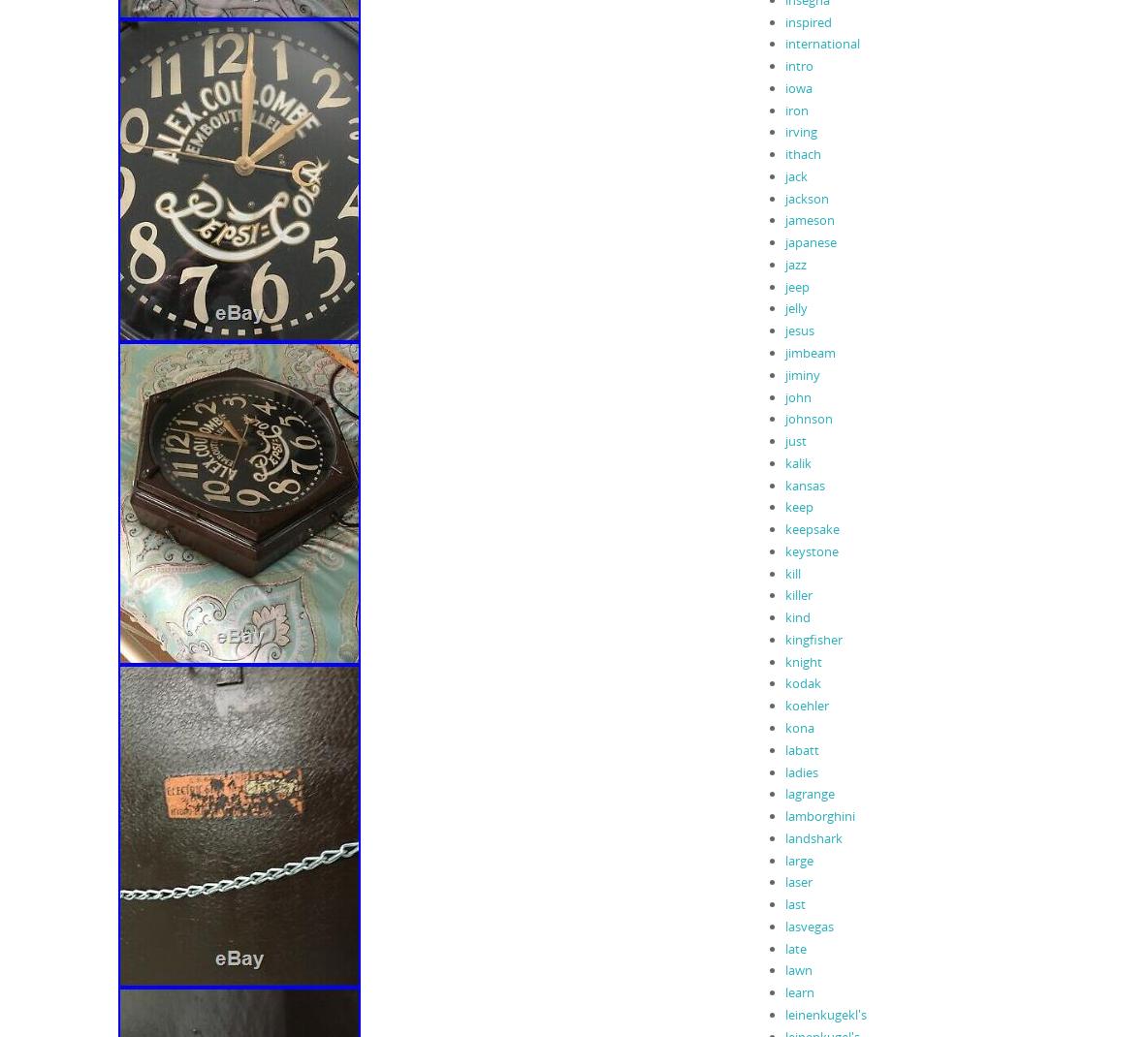  Describe the element at coordinates (804, 485) in the screenshot. I see `'kansas'` at that location.